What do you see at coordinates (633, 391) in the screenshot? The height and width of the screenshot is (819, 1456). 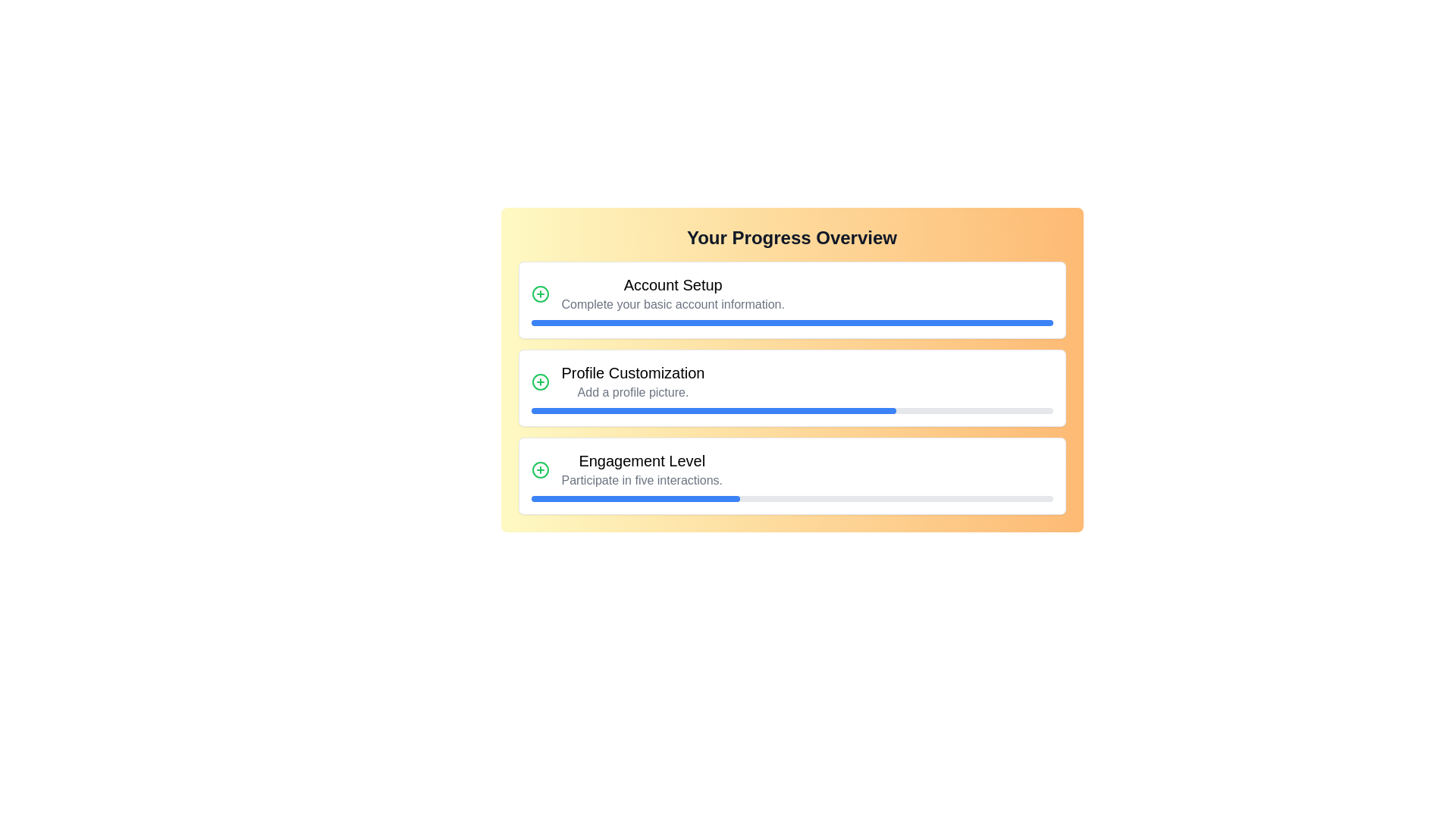 I see `informational text suggesting users to add a profile picture, located below the 'Profile Customization' heading in the progress overview interface` at bounding box center [633, 391].